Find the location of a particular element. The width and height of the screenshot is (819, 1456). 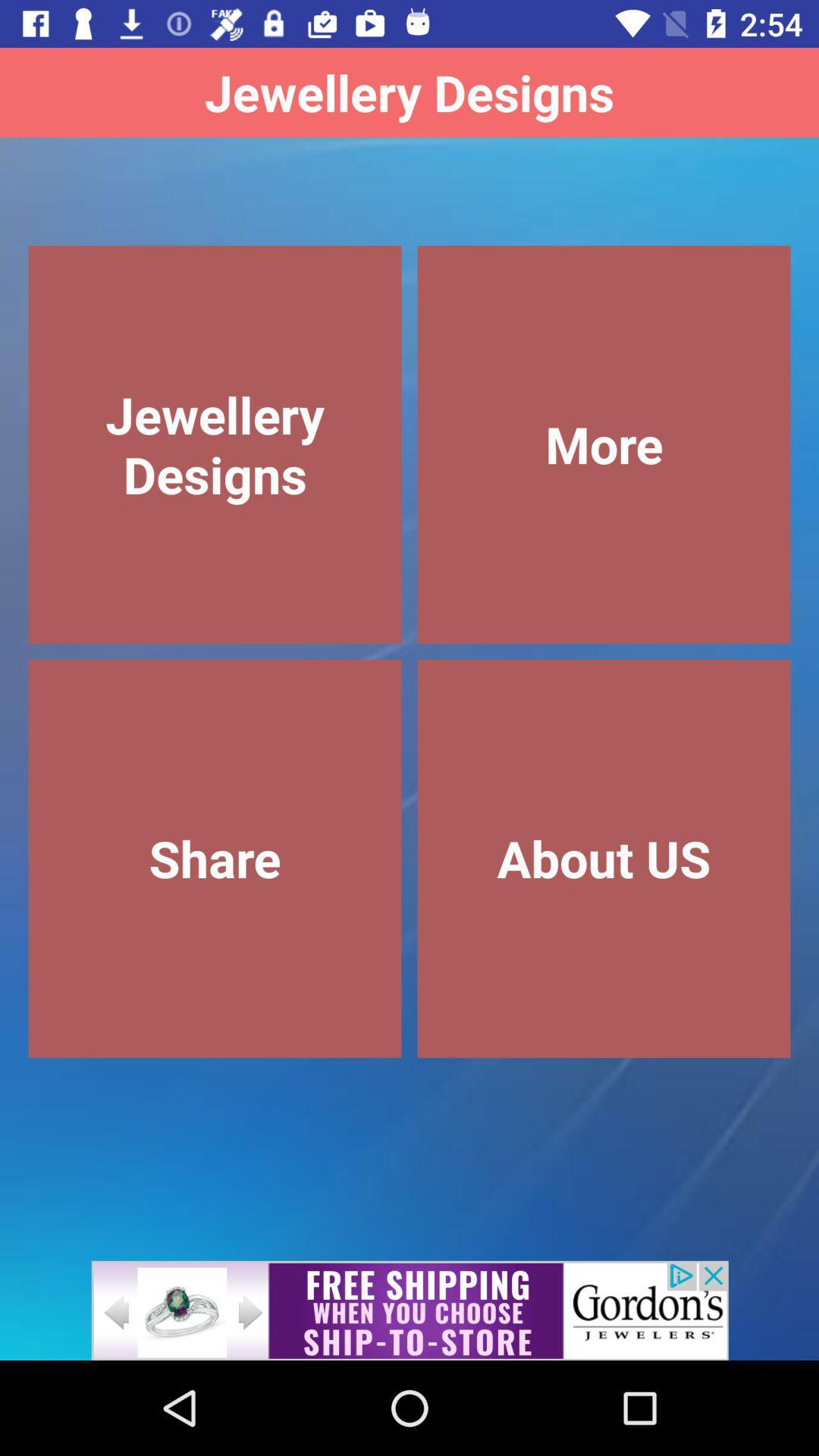

advertisement link is located at coordinates (409, 1310).